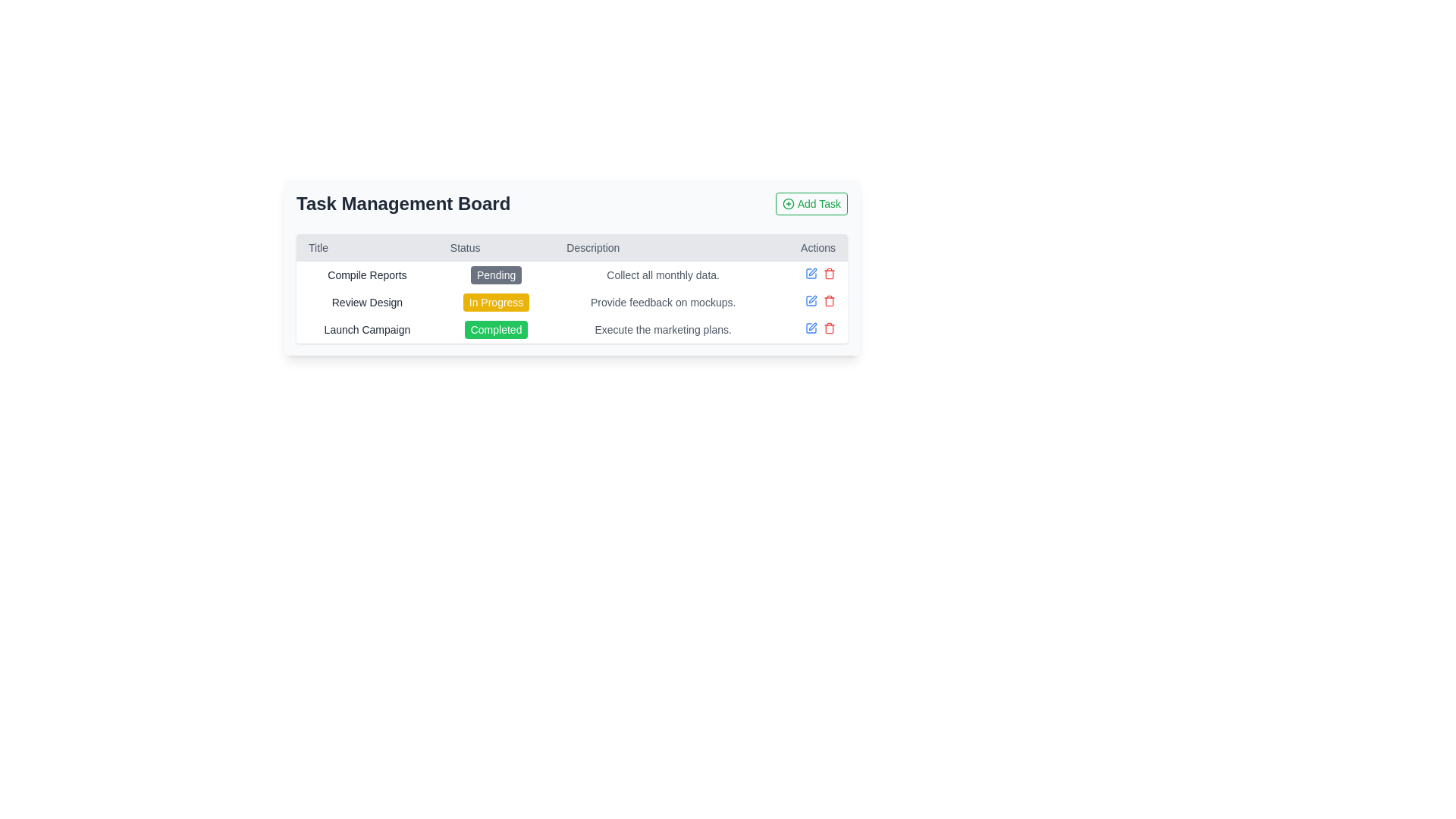  What do you see at coordinates (663, 302) in the screenshot?
I see `the text label that reads 'Provide feedback on mockups.' which is styled in small gray text and aligned to the left in the 'Description' column under 'Review Design'` at bounding box center [663, 302].